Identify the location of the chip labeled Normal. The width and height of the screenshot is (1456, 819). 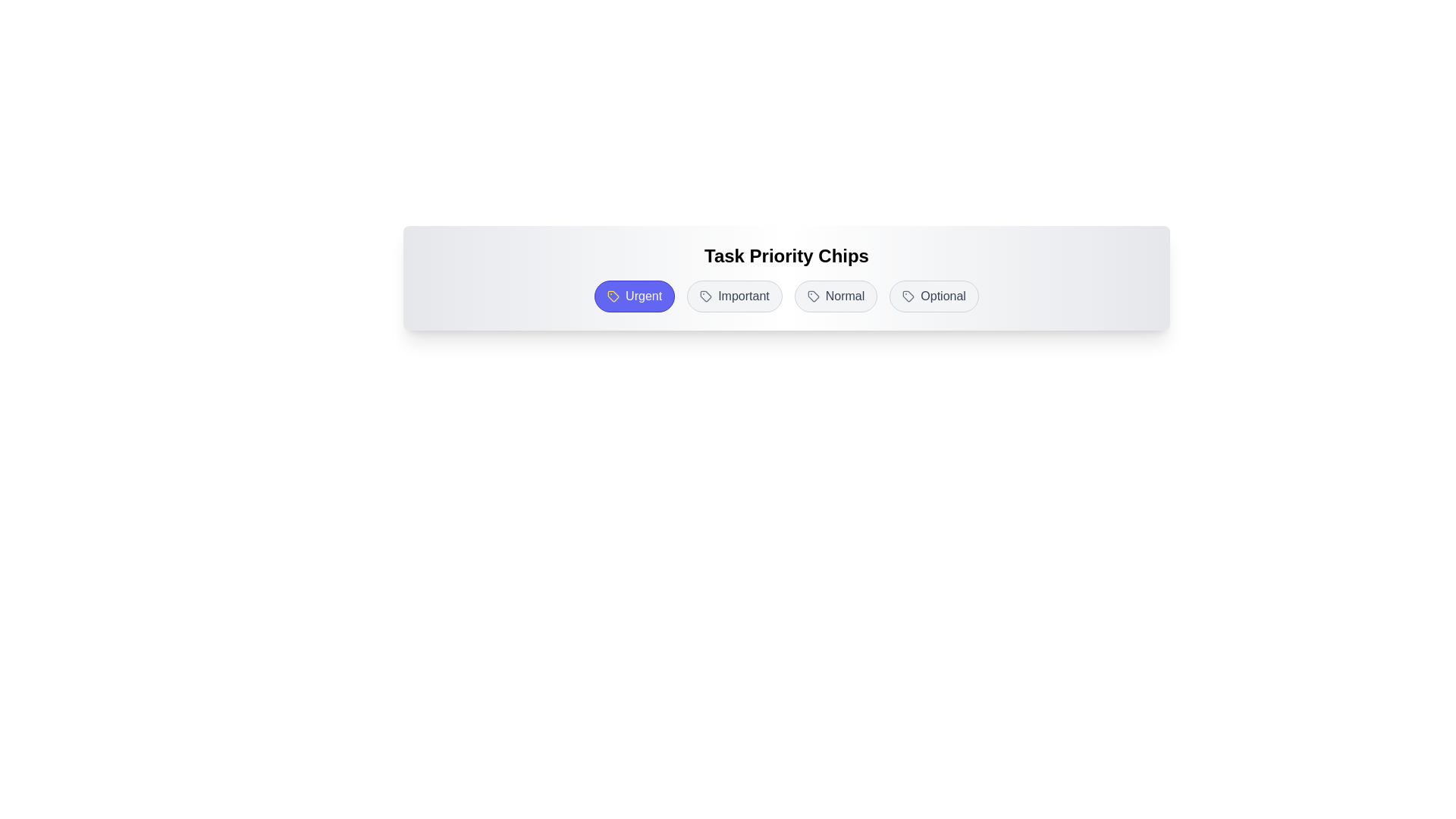
(835, 296).